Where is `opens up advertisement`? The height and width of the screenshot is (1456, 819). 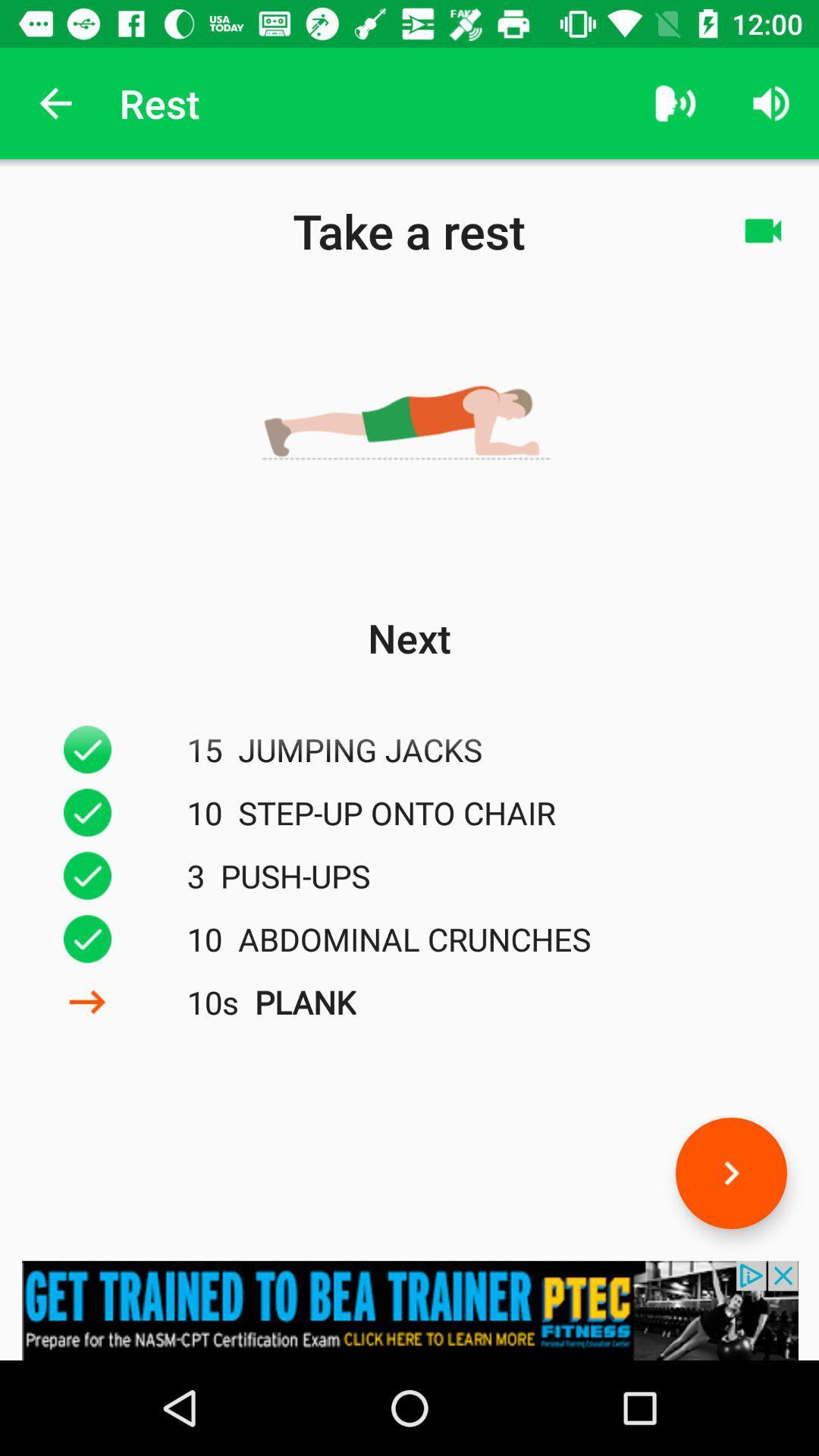
opens up advertisement is located at coordinates (409, 1310).